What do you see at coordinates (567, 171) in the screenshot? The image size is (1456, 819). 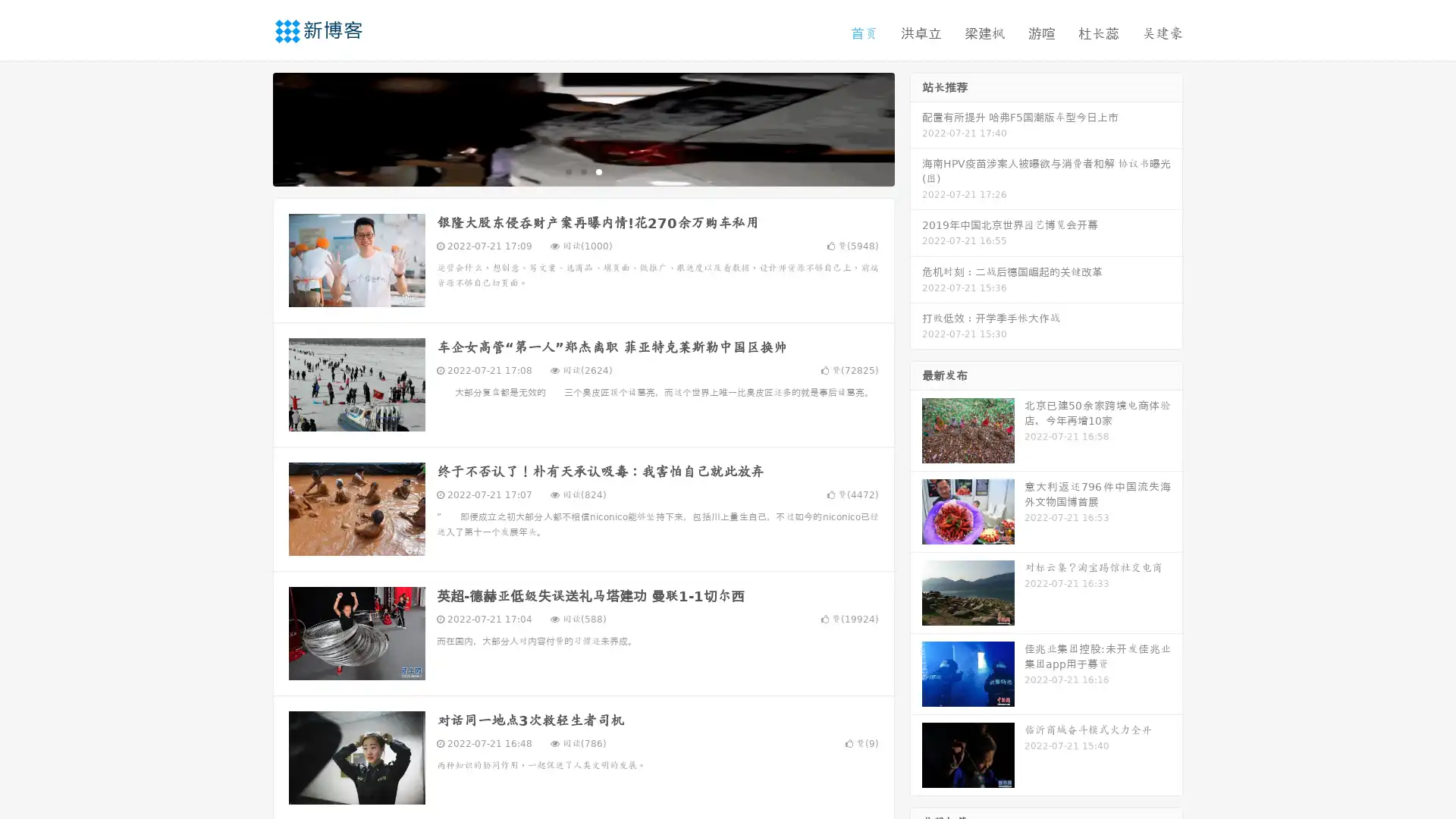 I see `Go to slide 1` at bounding box center [567, 171].